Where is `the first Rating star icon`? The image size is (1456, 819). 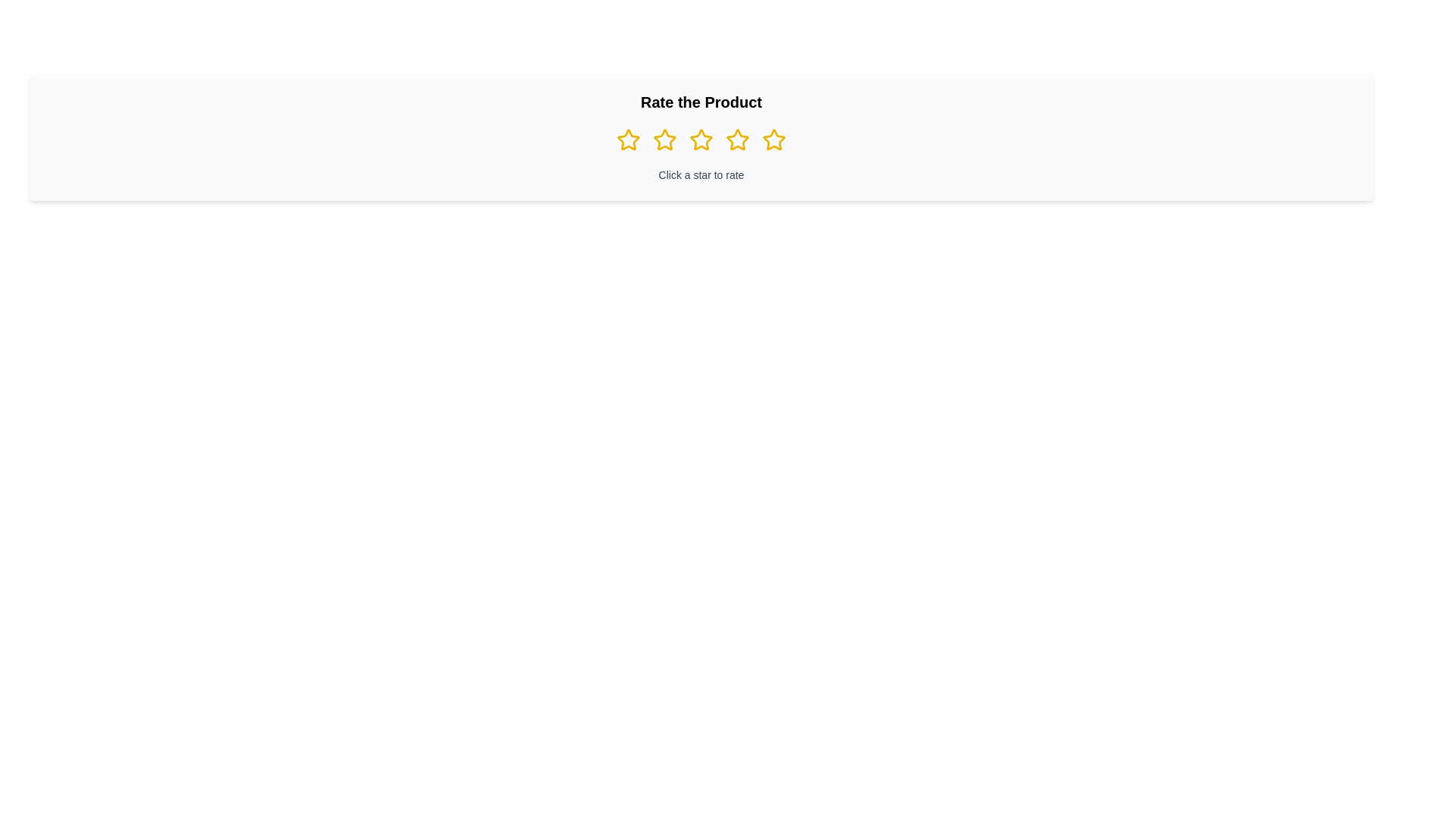 the first Rating star icon is located at coordinates (629, 140).